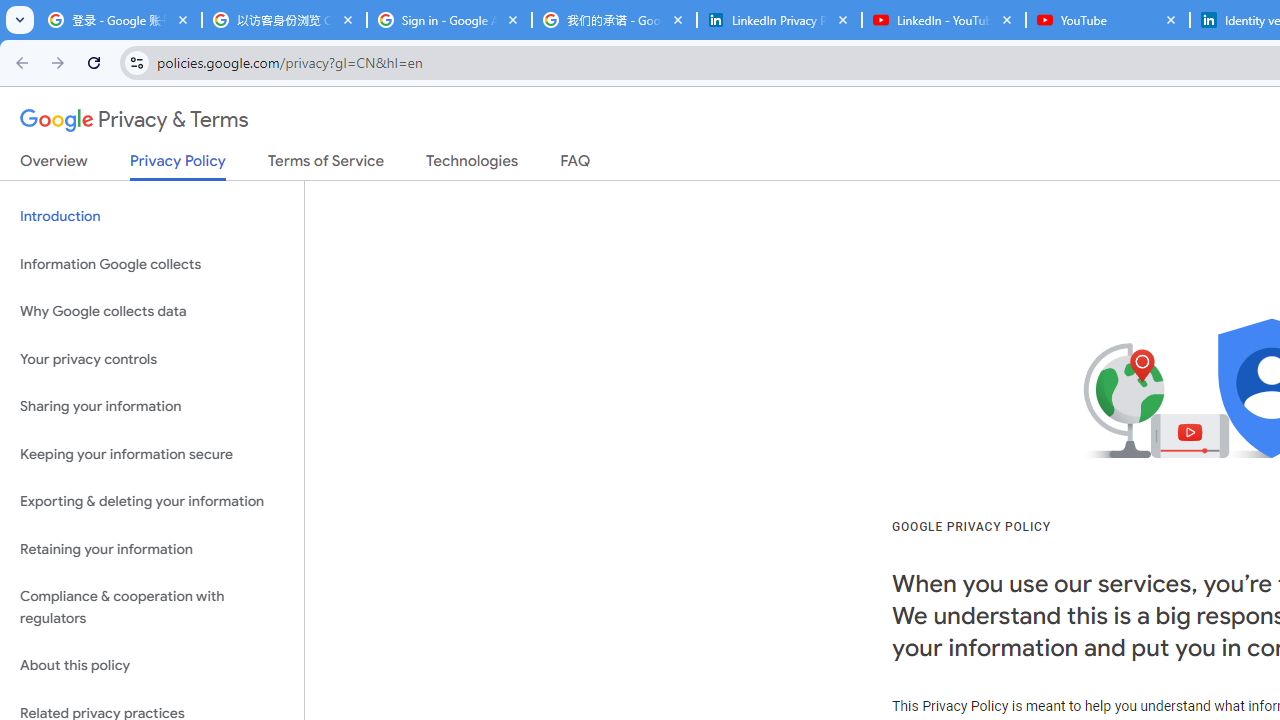 This screenshot has height=720, width=1280. I want to click on 'LinkedIn Privacy Policy', so click(778, 20).